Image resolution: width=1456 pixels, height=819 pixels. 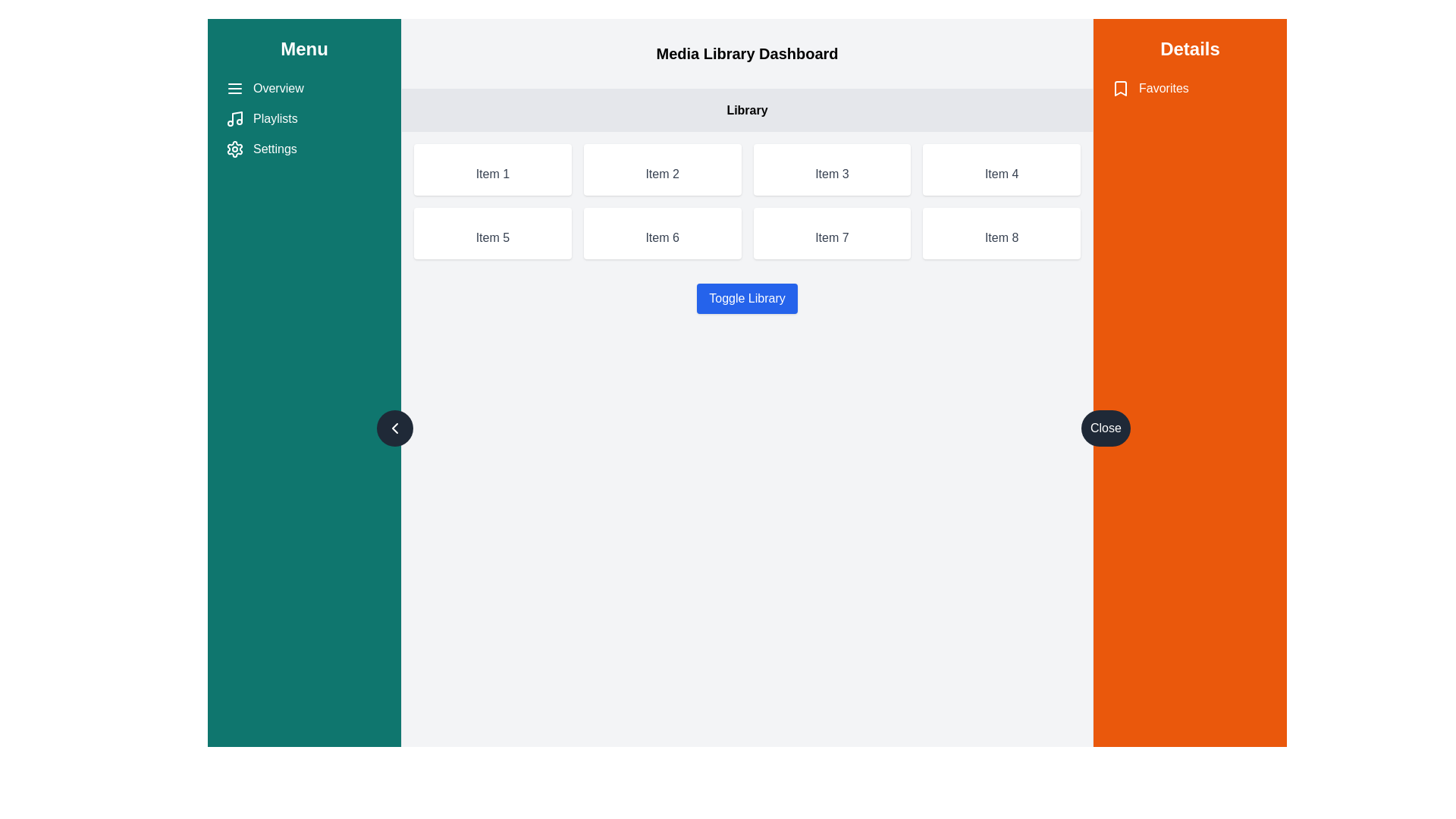 What do you see at coordinates (831, 237) in the screenshot?
I see `the static text label displaying 'Item 7', which is styled in dark gray and located in the second row, third column of a grid within a white card` at bounding box center [831, 237].